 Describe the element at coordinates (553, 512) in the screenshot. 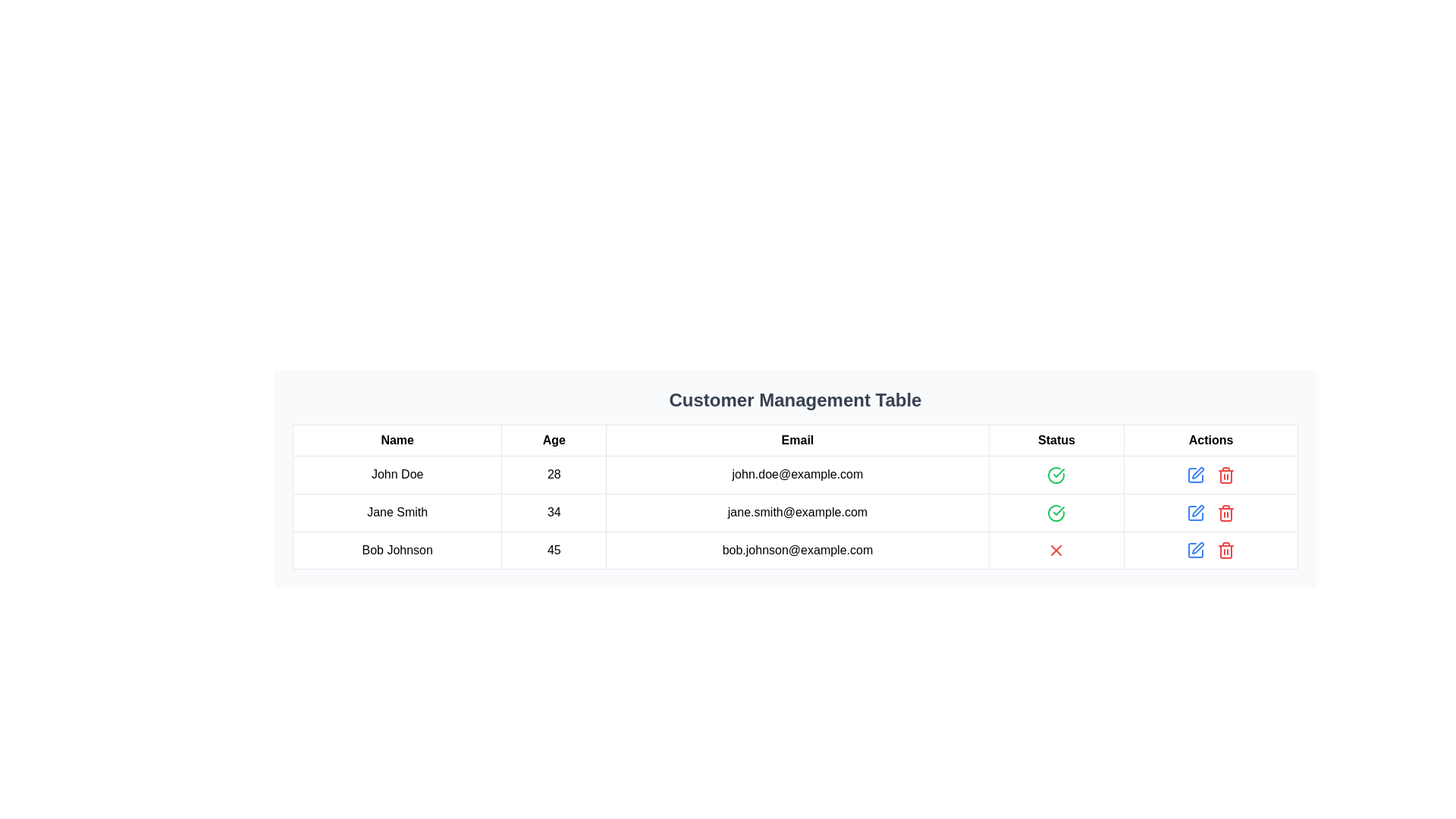

I see `the text cell displaying the number '34' in the second column of the second row of the table, located between 'Jane Smith' and 'jane.smith@example.com'` at that location.